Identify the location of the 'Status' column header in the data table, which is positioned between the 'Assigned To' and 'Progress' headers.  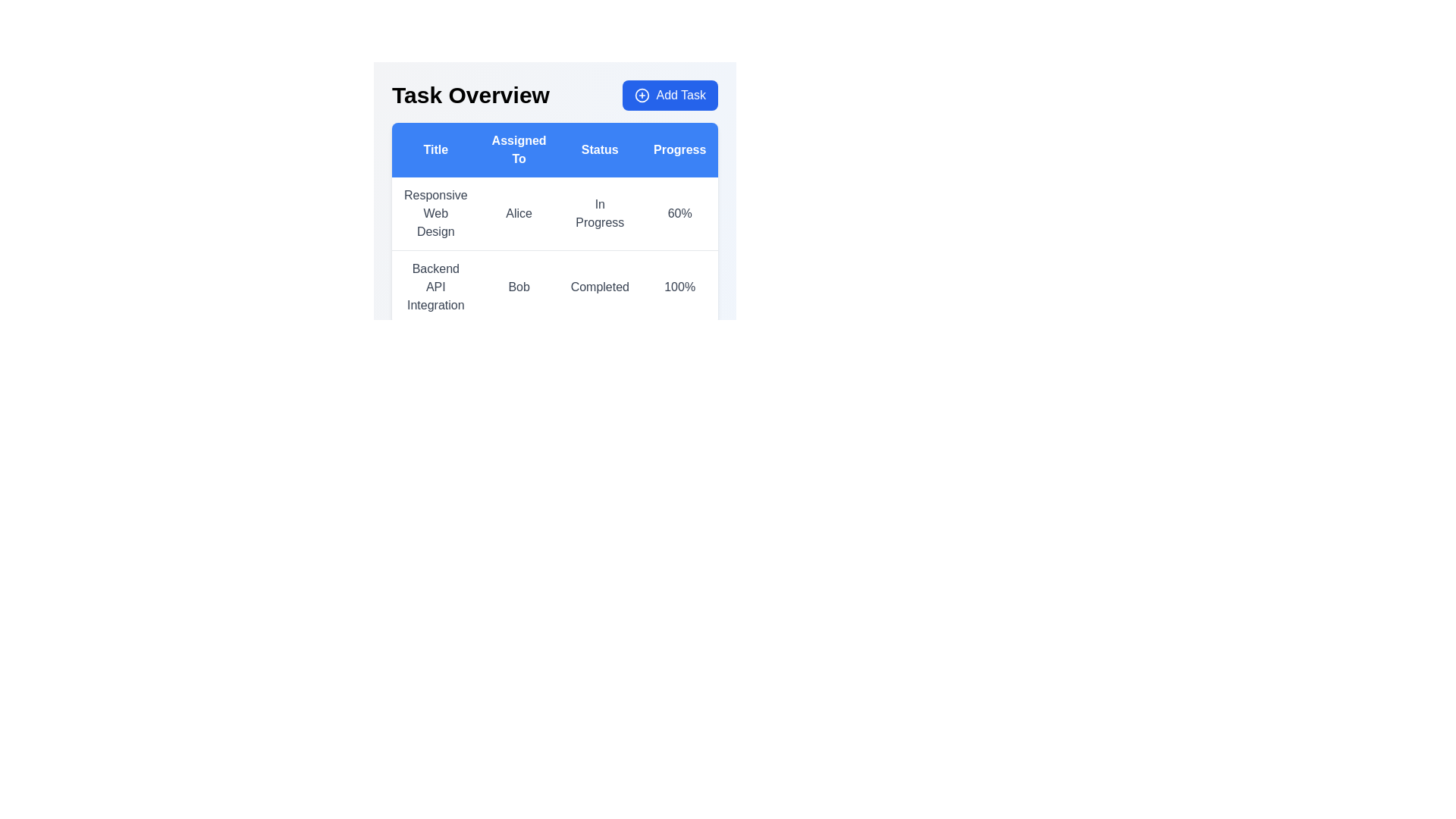
(599, 149).